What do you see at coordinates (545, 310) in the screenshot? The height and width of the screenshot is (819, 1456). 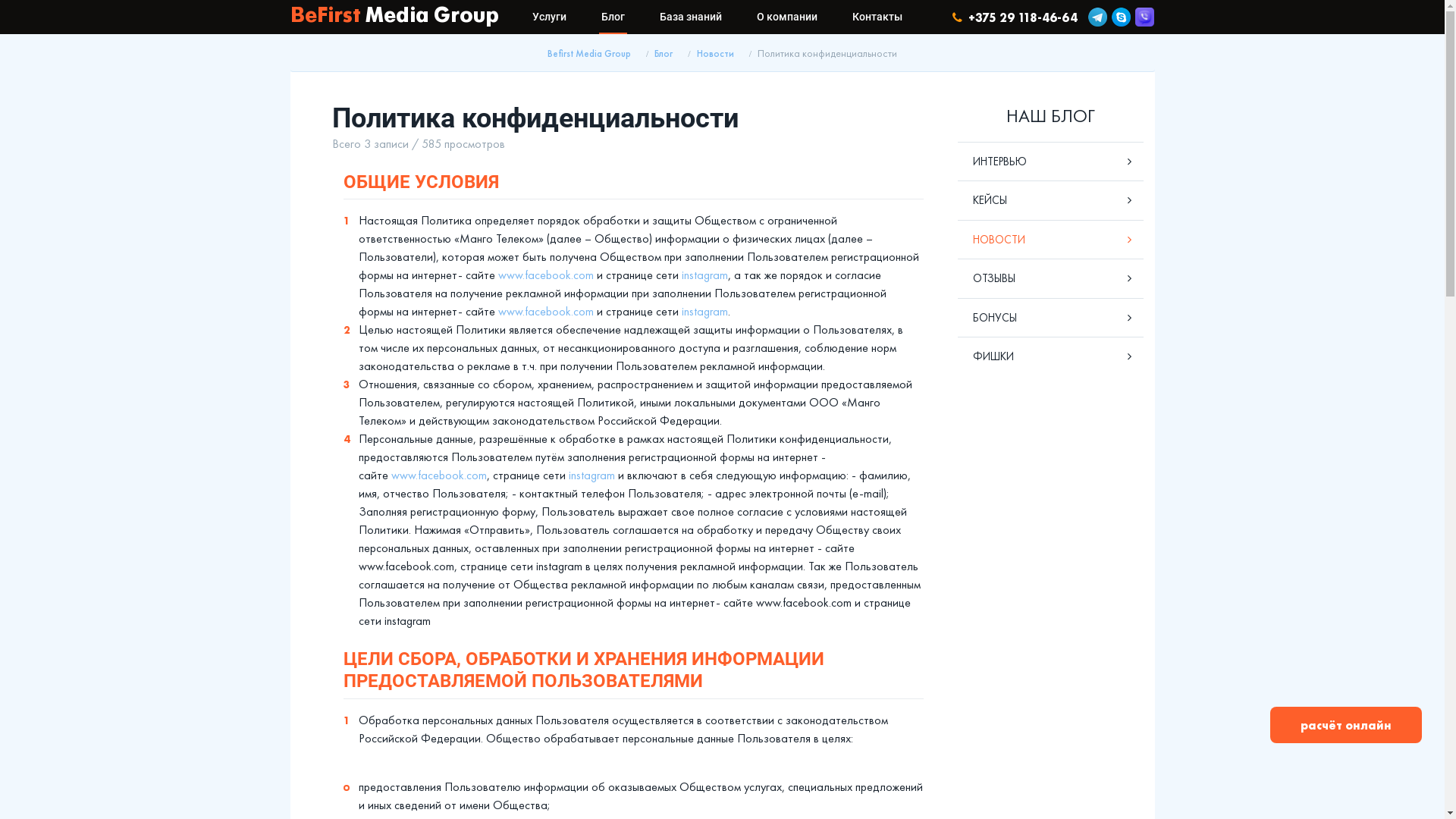 I see `'www.facebook.com'` at bounding box center [545, 310].